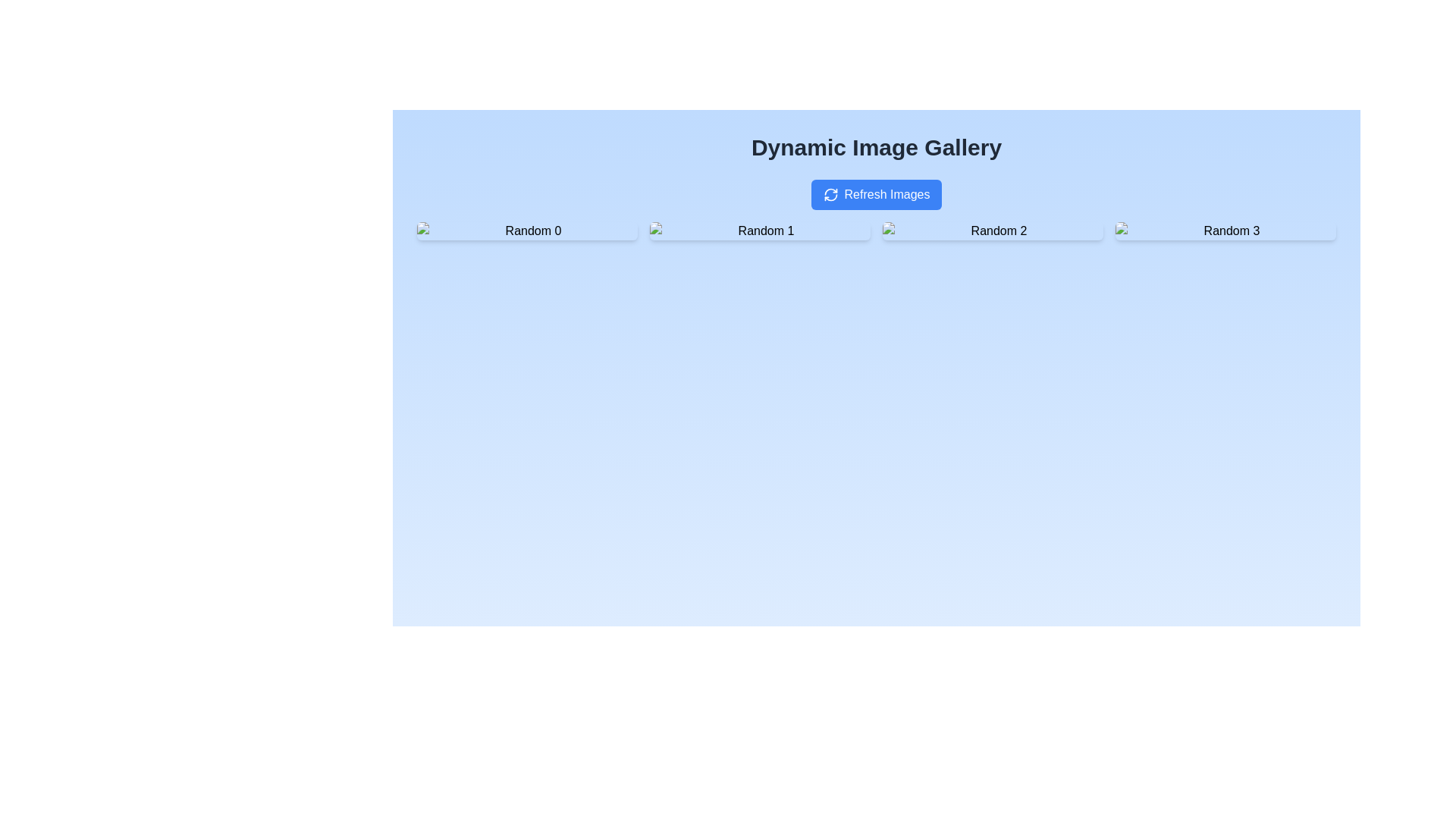 The image size is (1456, 819). Describe the element at coordinates (877, 194) in the screenshot. I see `the refresh button located below the 'Dynamic Image Gallery' title` at that location.